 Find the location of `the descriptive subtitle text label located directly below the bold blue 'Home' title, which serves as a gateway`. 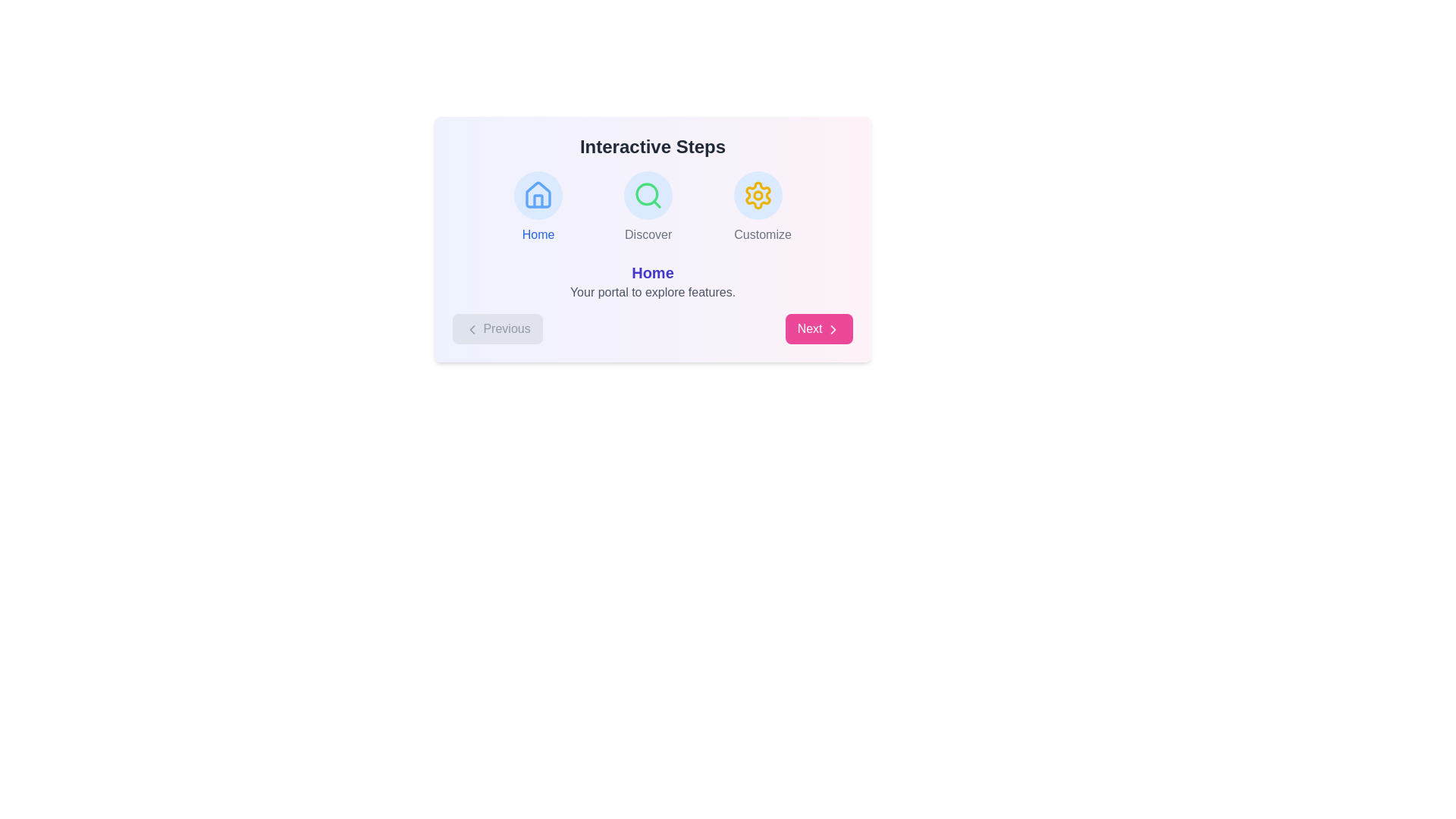

the descriptive subtitle text label located directly below the bold blue 'Home' title, which serves as a gateway is located at coordinates (652, 292).